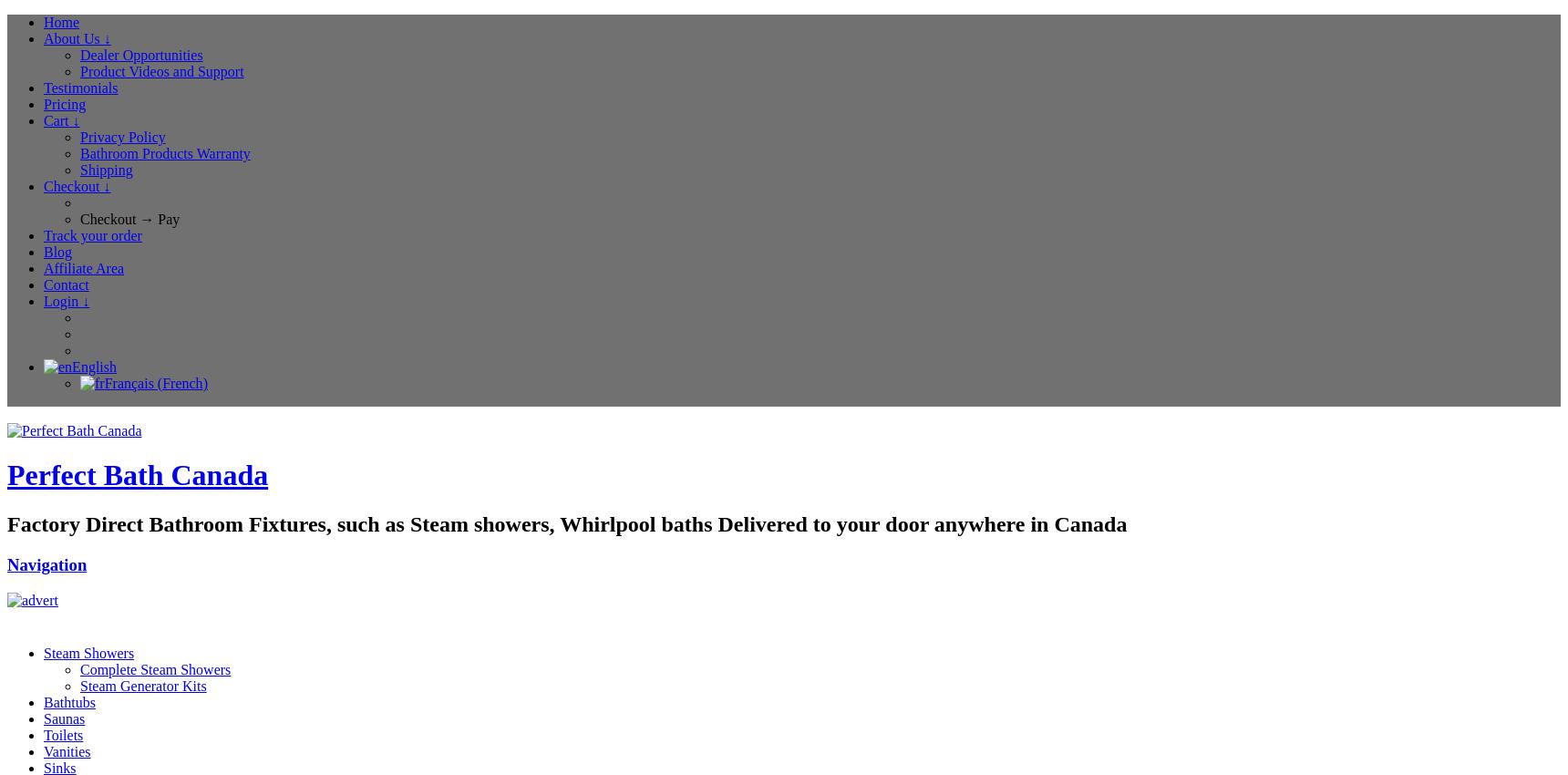 The width and height of the screenshot is (1568, 775). Describe the element at coordinates (181, 383) in the screenshot. I see `'French'` at that location.